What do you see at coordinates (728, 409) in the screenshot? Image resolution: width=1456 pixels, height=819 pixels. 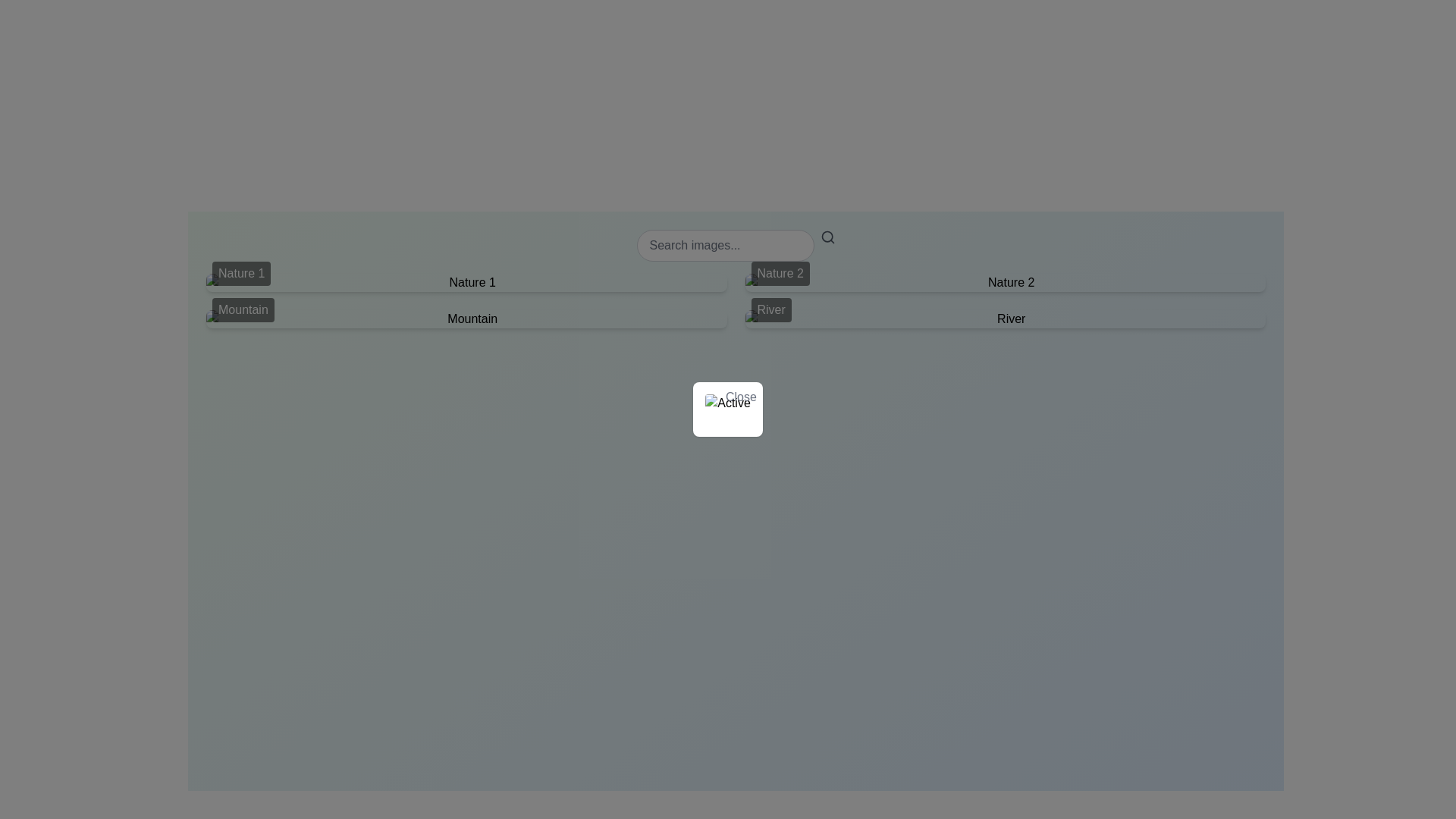 I see `the Info card which contains an icon resembling an image placeholder and the word 'Active' in bold letters, to show the context menu` at bounding box center [728, 409].